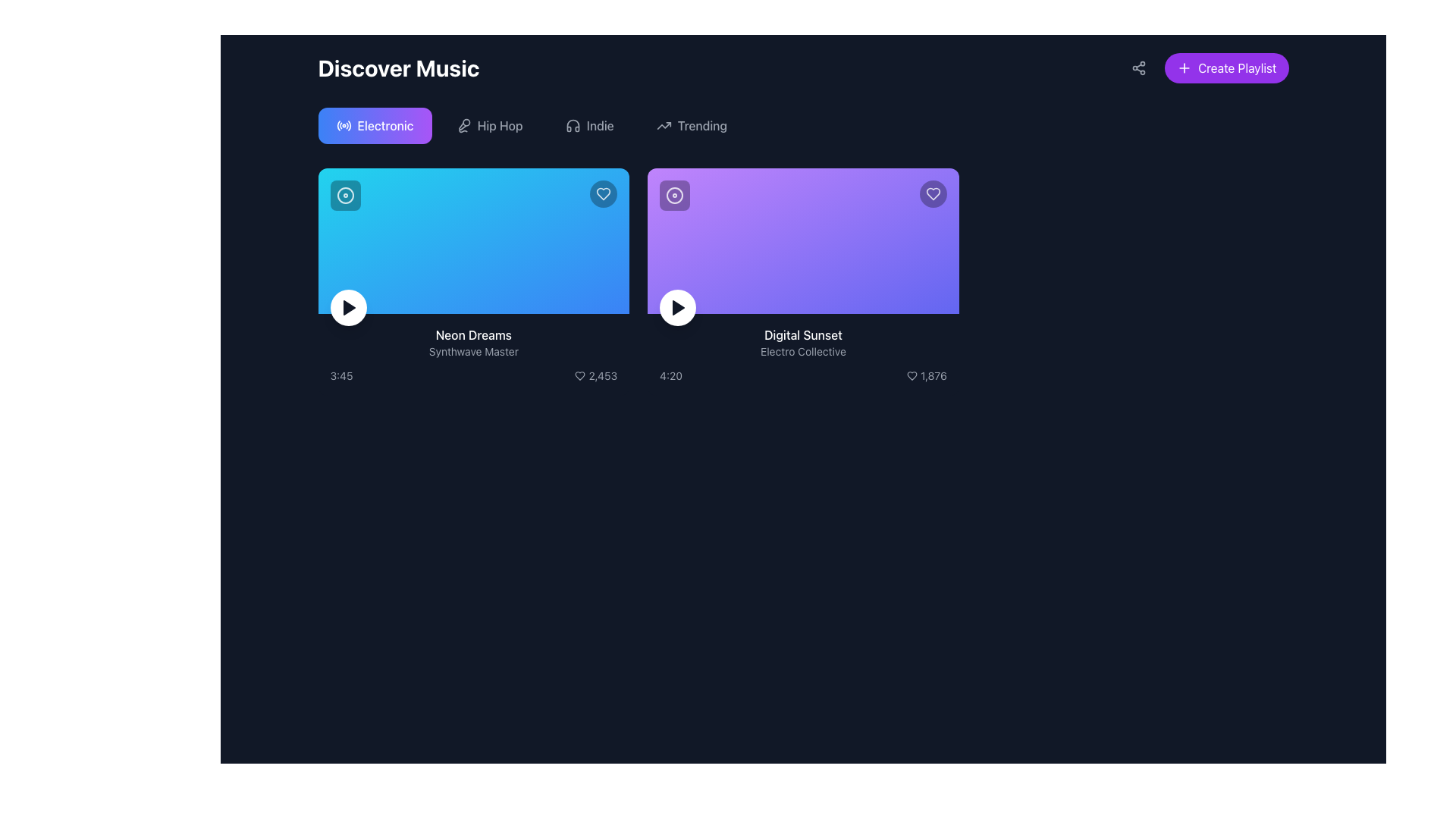 This screenshot has height=819, width=1456. I want to click on the outer circle of the icon located in the top left corner of the 'Digital Sunset' multimedia card on the right side of the interface, so click(674, 195).